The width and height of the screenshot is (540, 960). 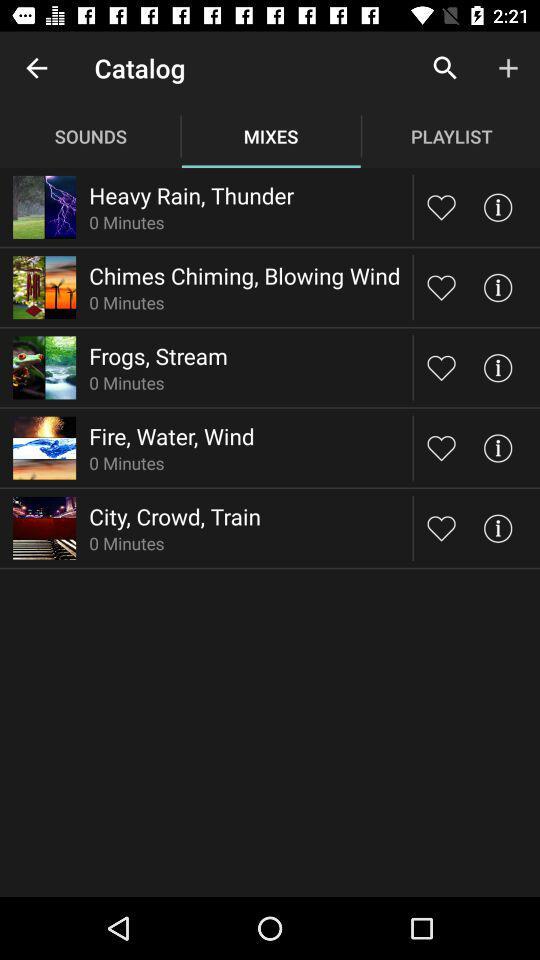 What do you see at coordinates (36, 68) in the screenshot?
I see `icon next to catalog app` at bounding box center [36, 68].